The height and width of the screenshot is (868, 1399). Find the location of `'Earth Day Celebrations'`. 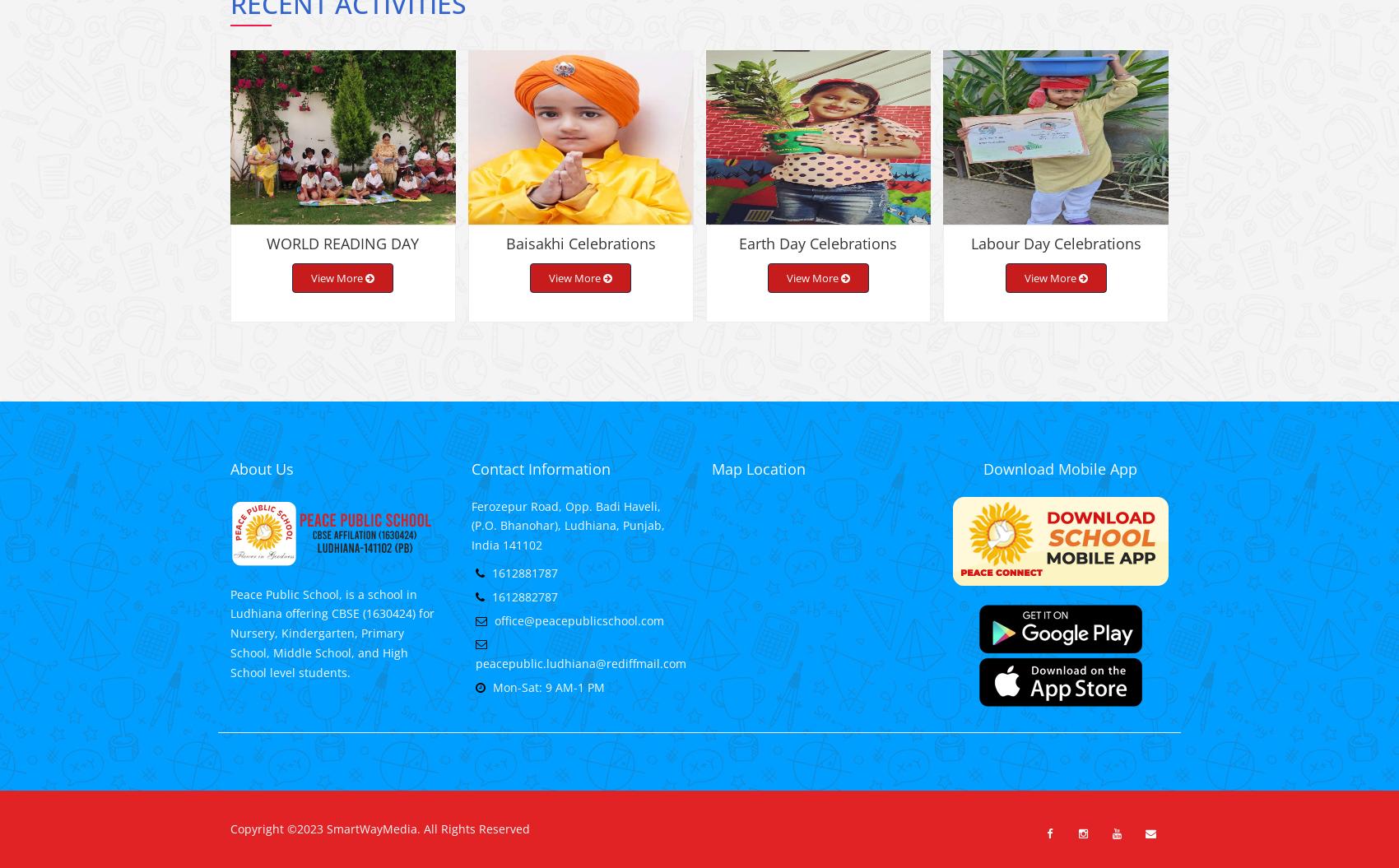

'Earth Day Celebrations' is located at coordinates (816, 255).